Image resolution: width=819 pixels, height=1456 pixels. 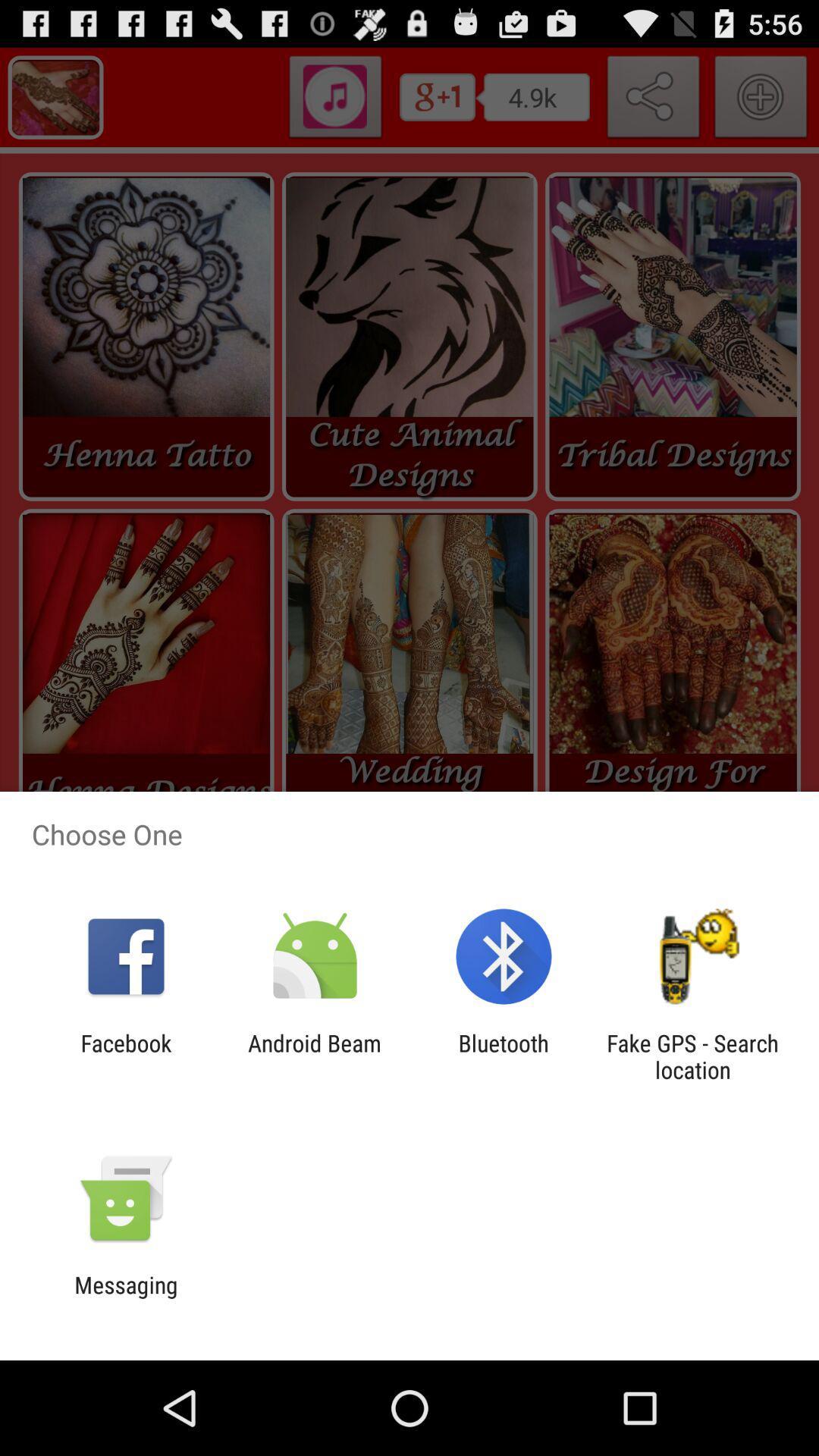 What do you see at coordinates (504, 1056) in the screenshot?
I see `icon next to fake gps search app` at bounding box center [504, 1056].